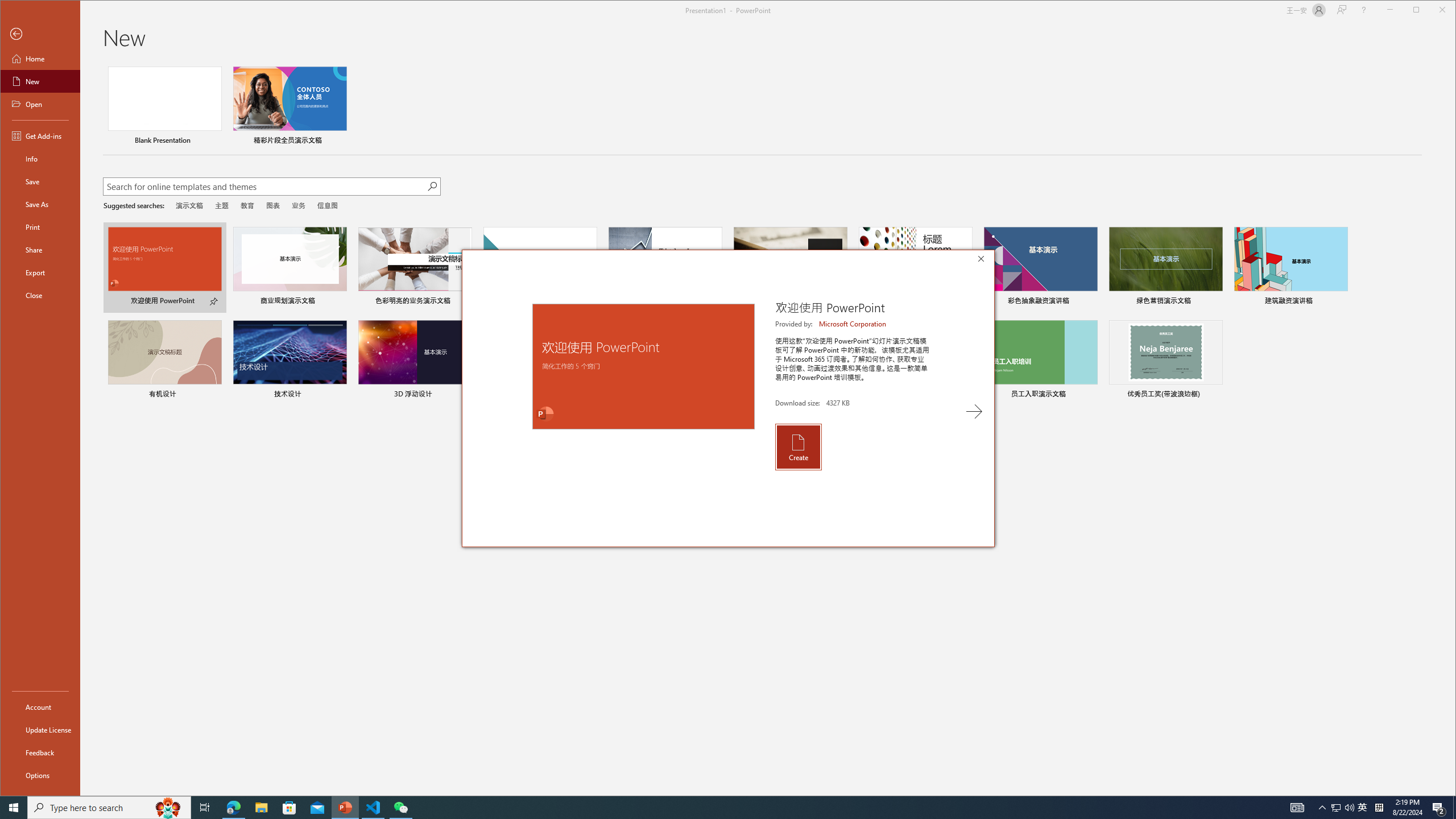  I want to click on 'Class: NetUIScrollBar', so click(1451, 428).